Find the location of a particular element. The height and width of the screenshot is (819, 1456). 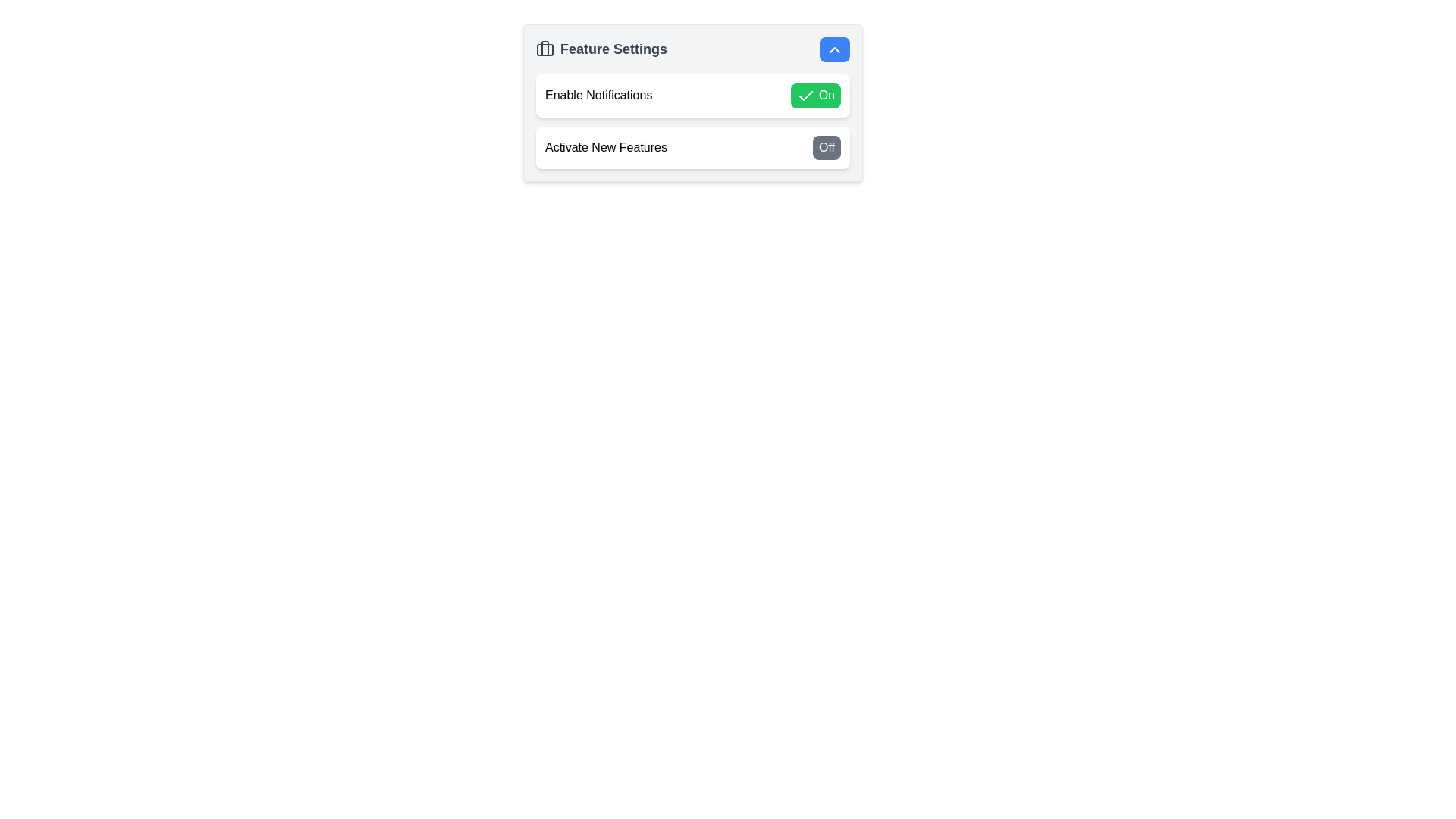

the button with a chevron arrow icon located in the top-right corner of the 'Feature Settings' card is located at coordinates (833, 49).